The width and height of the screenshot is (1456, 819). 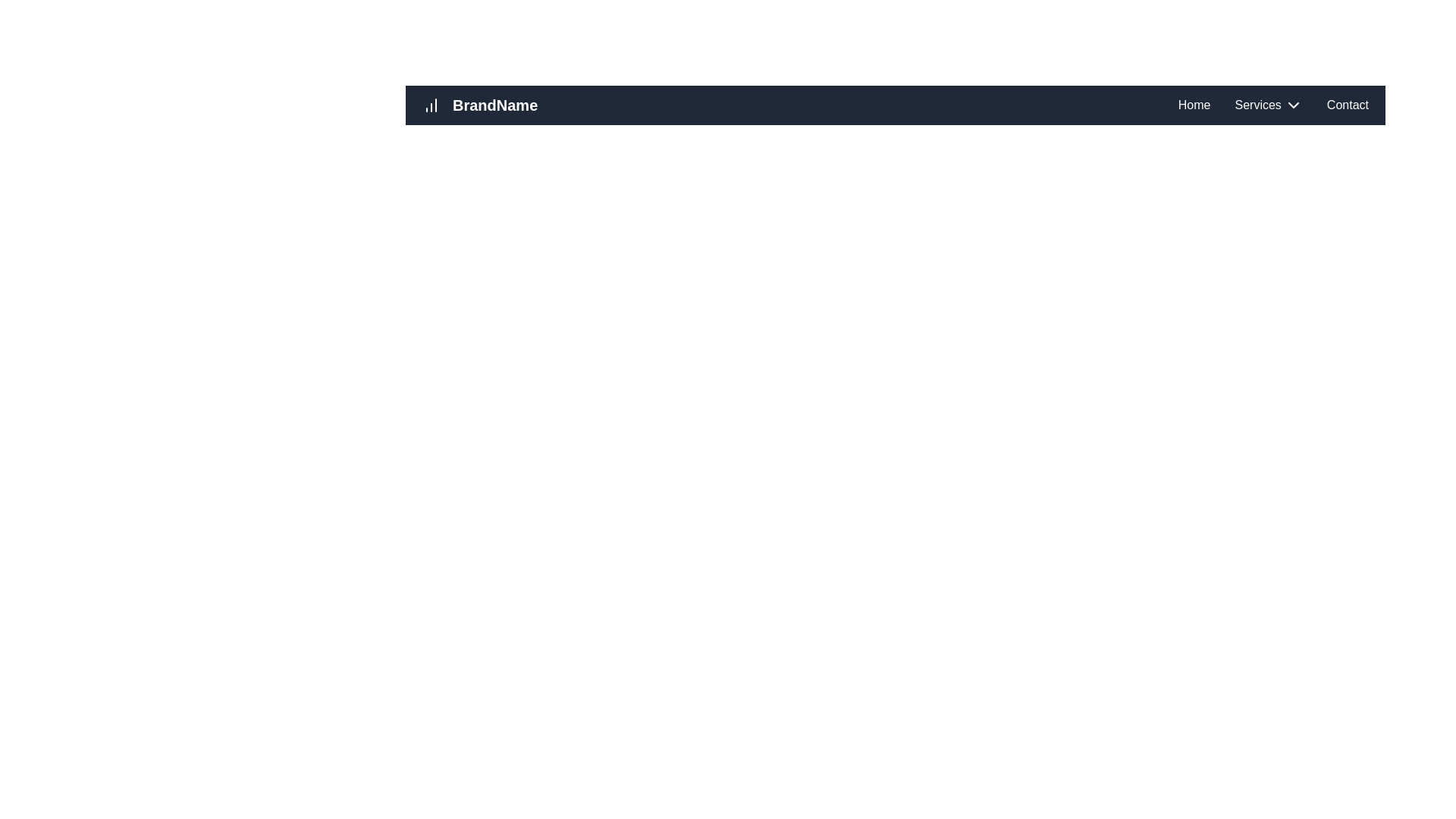 I want to click on the vertical bar chart icon located to the left of the 'BrandName' text label in the header bar, so click(x=431, y=104).